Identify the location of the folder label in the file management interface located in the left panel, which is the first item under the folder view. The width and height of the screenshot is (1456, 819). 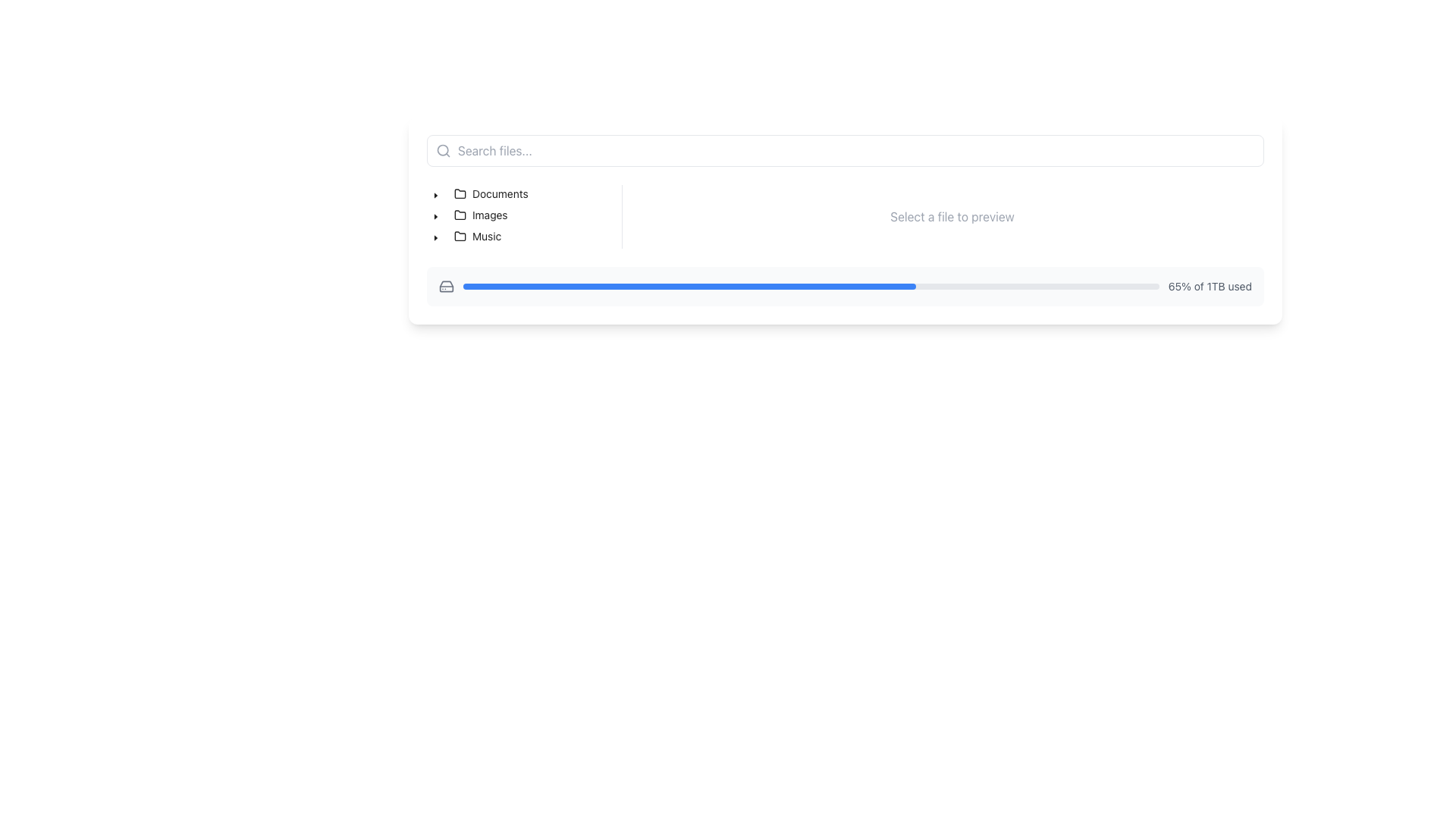
(491, 193).